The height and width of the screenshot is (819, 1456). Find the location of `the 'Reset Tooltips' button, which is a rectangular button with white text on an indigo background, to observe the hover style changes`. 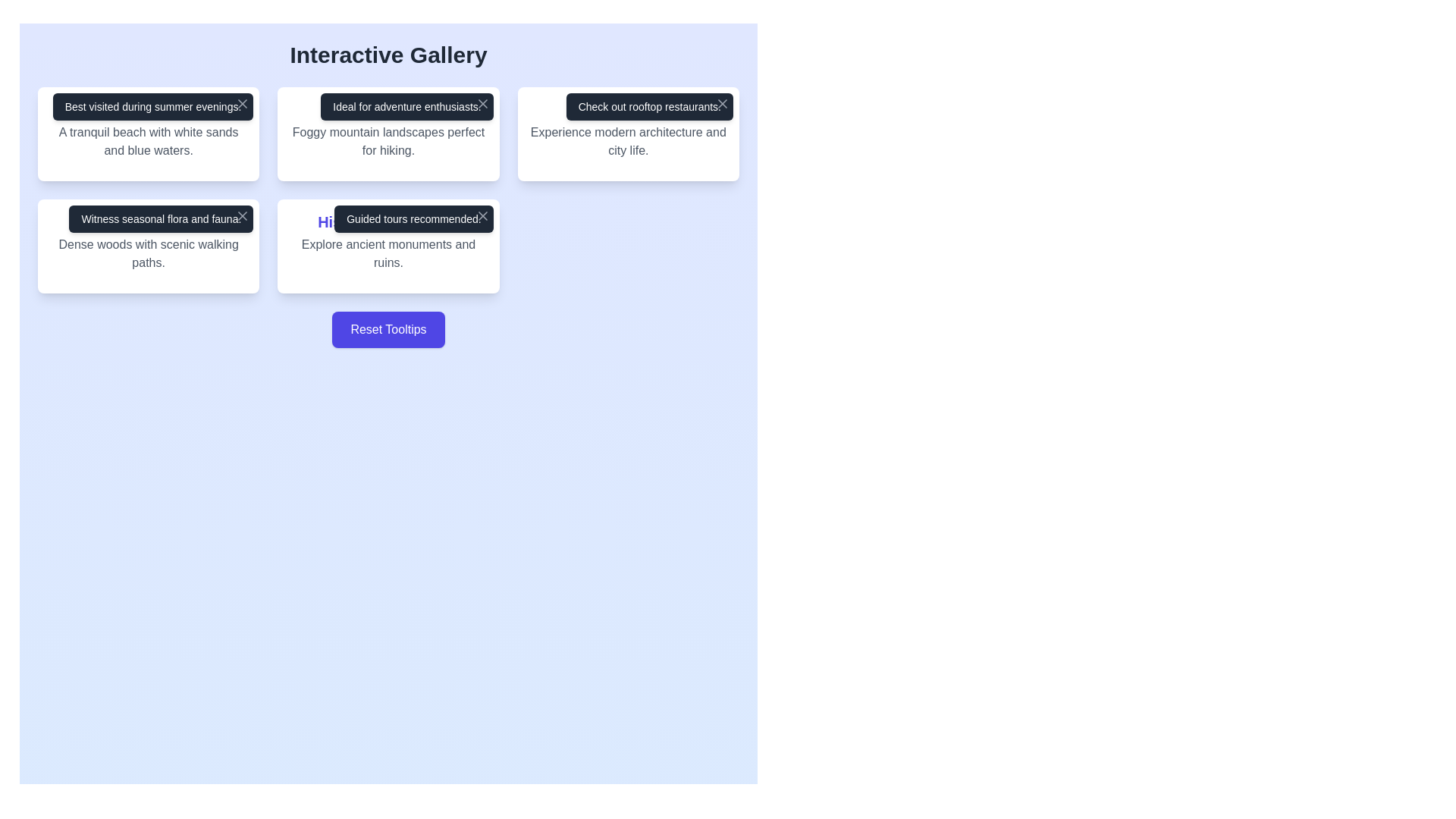

the 'Reset Tooltips' button, which is a rectangular button with white text on an indigo background, to observe the hover style changes is located at coordinates (388, 329).